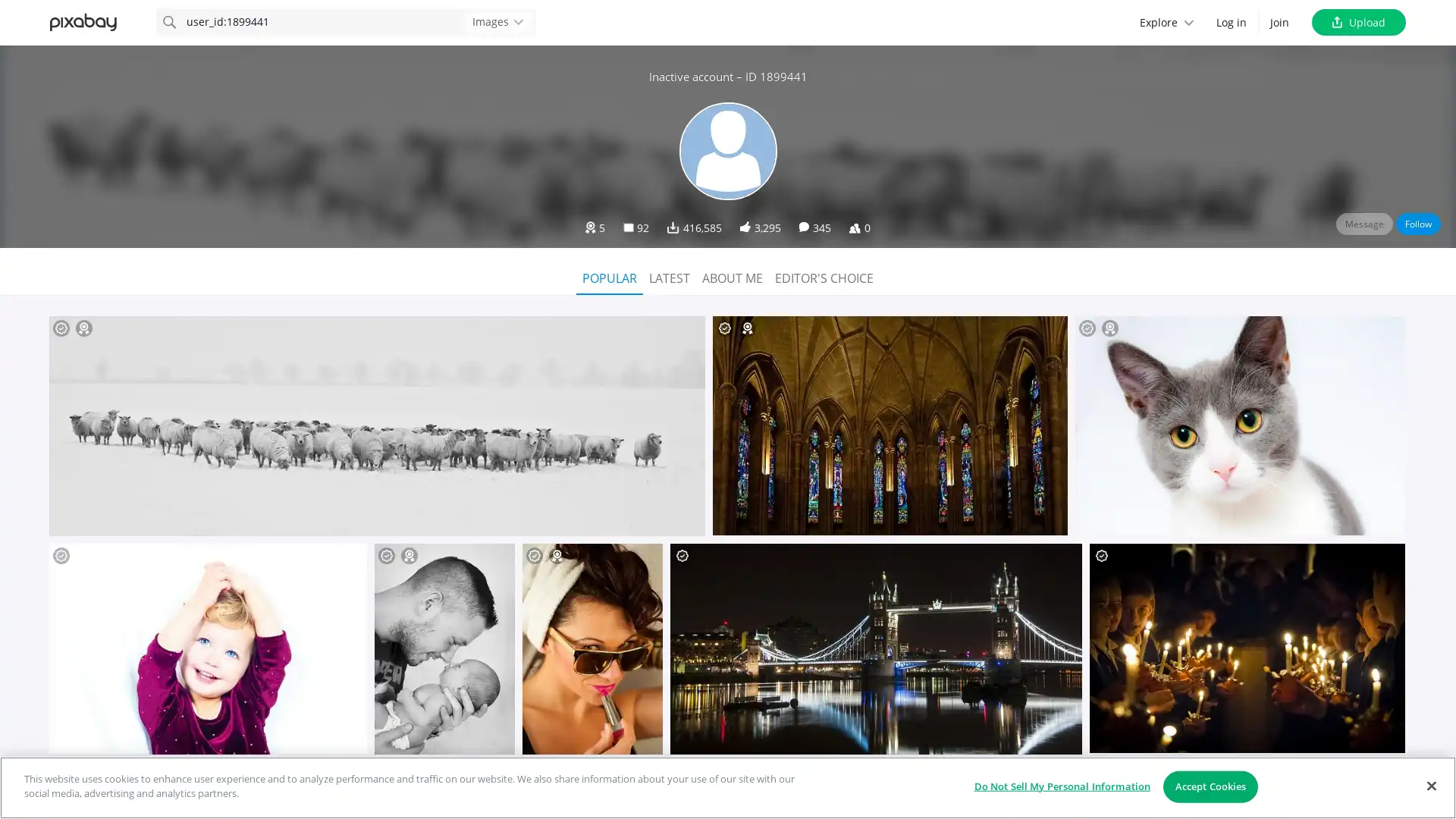 The width and height of the screenshot is (1456, 819). Describe the element at coordinates (1430, 785) in the screenshot. I see `Close` at that location.